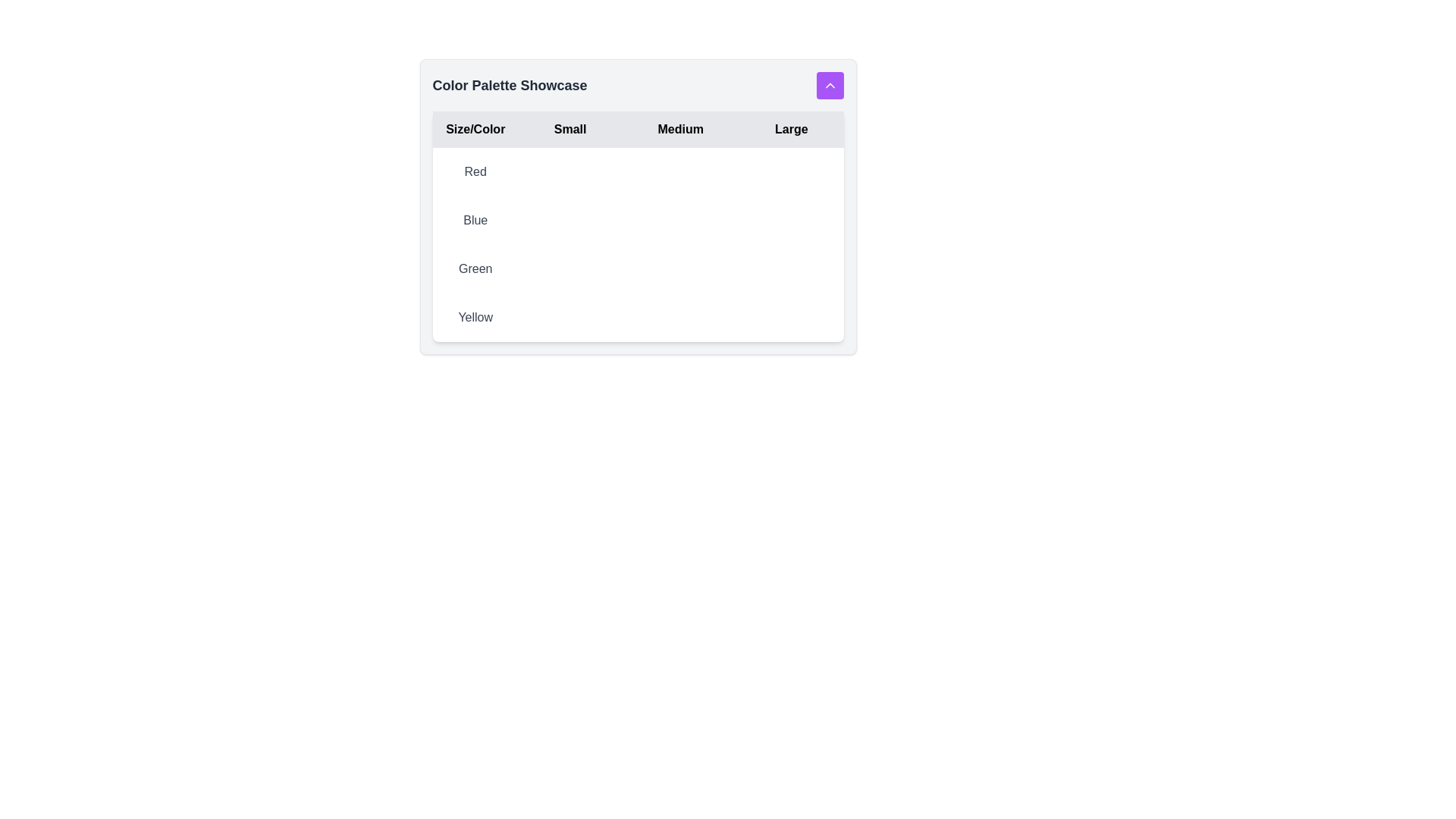 The height and width of the screenshot is (819, 1456). Describe the element at coordinates (679, 171) in the screenshot. I see `the label positioned under the 'Medium' column header in the first row labeled 'Red' of the table layout` at that location.